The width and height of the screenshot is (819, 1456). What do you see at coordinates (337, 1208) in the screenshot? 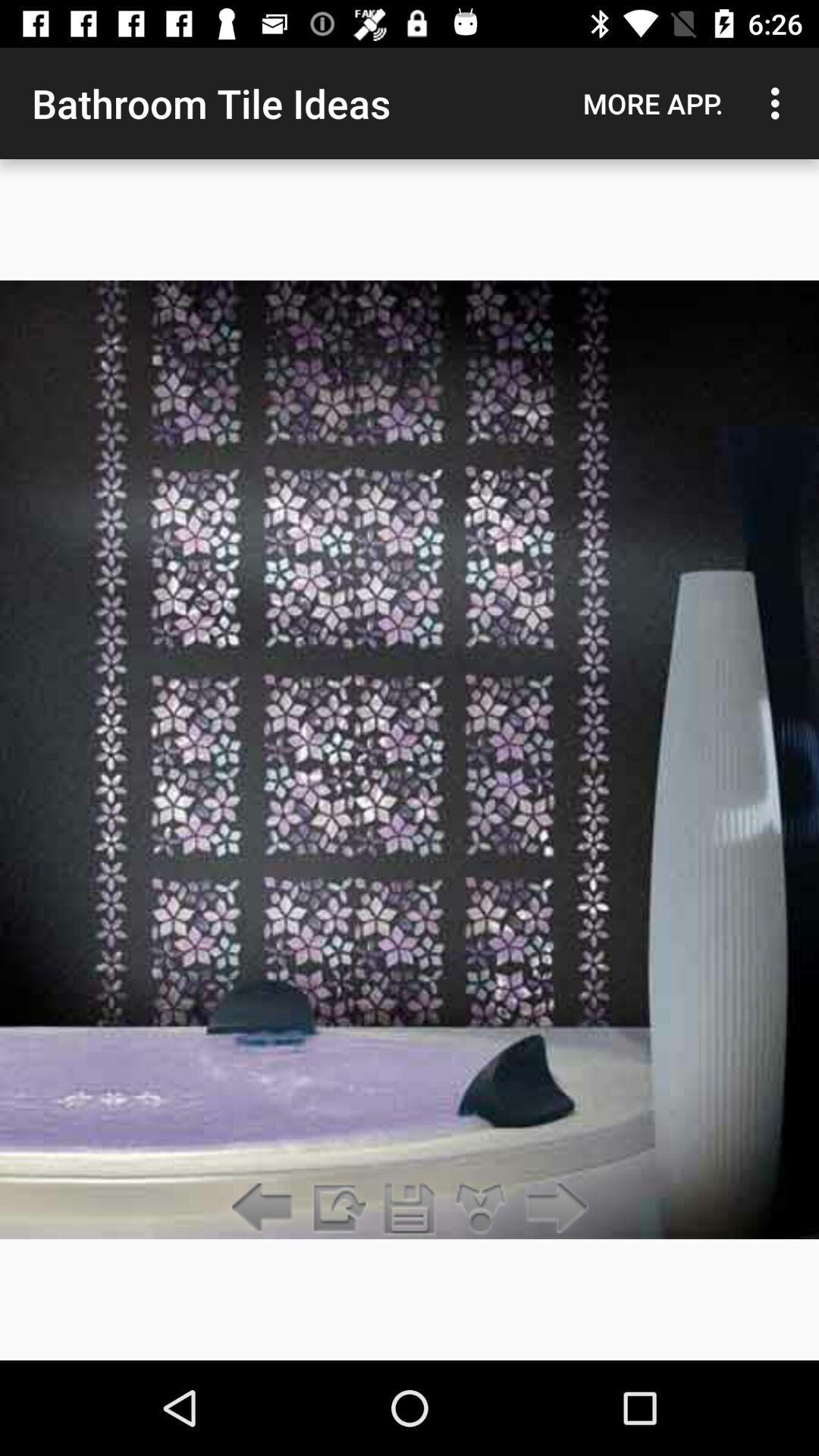
I see `open screen and device options` at bounding box center [337, 1208].